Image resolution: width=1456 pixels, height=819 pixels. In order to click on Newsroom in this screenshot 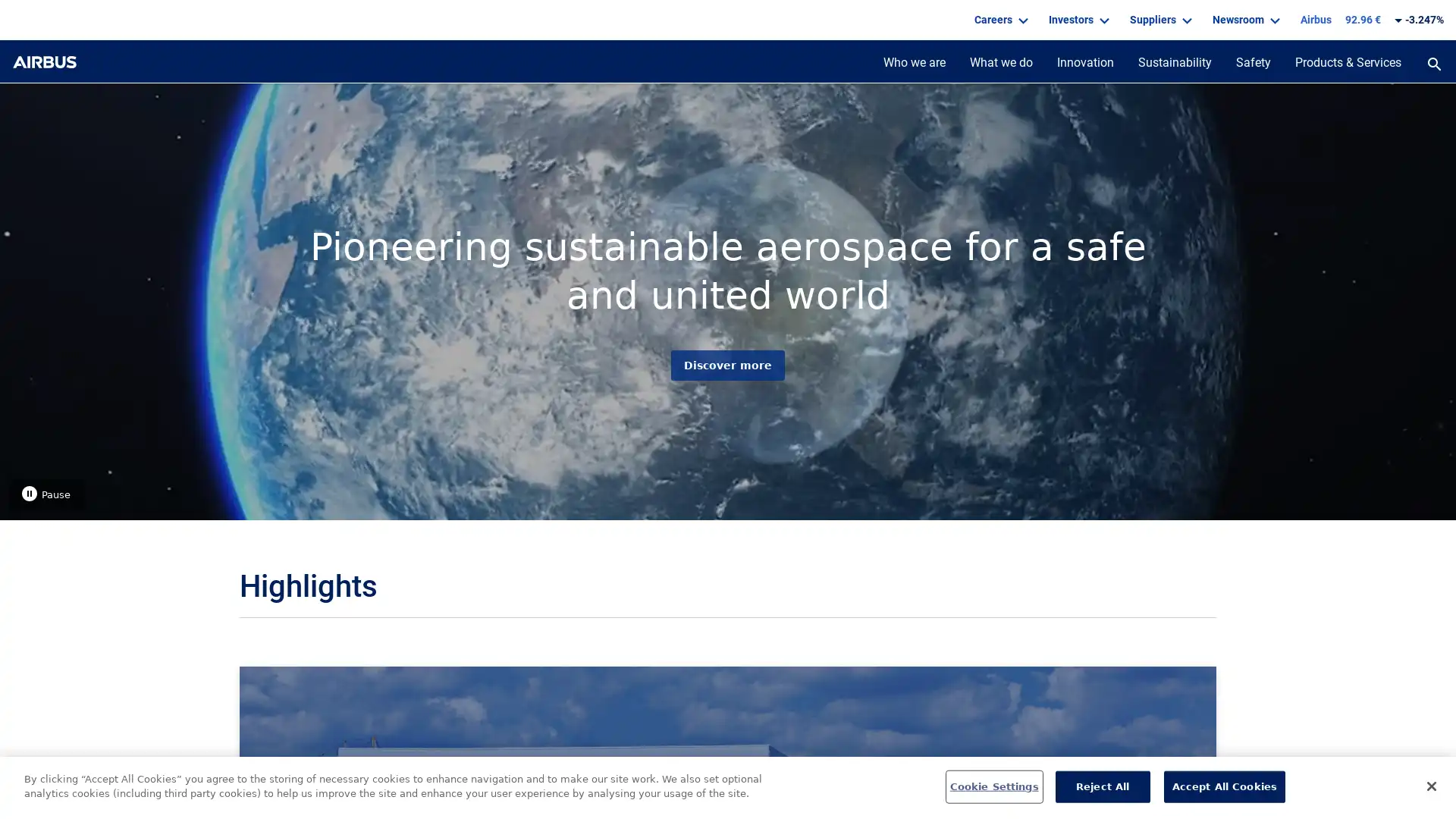, I will do `click(1244, 20)`.